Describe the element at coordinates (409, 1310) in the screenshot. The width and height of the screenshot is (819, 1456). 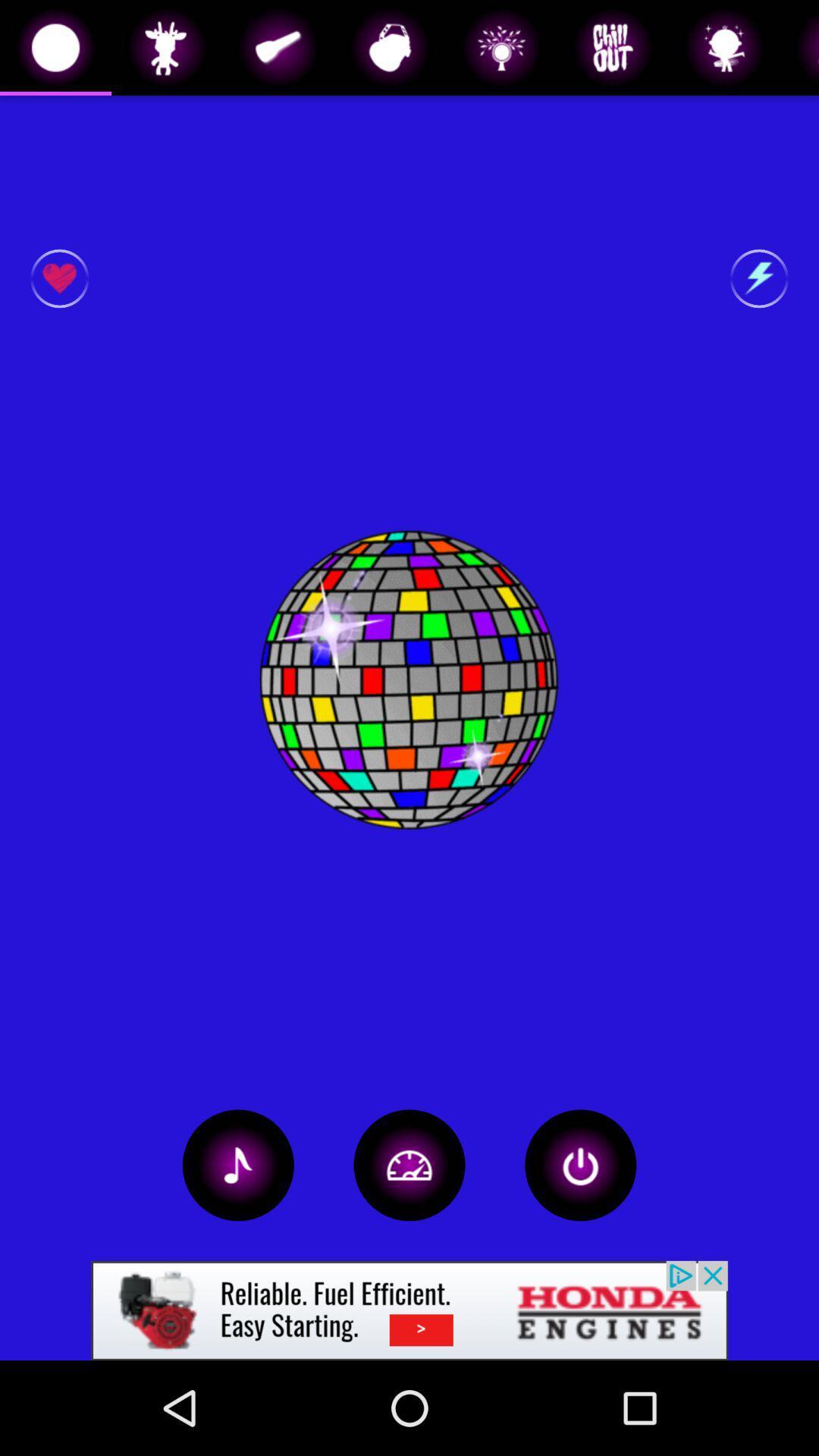
I see `advertisement banner` at that location.